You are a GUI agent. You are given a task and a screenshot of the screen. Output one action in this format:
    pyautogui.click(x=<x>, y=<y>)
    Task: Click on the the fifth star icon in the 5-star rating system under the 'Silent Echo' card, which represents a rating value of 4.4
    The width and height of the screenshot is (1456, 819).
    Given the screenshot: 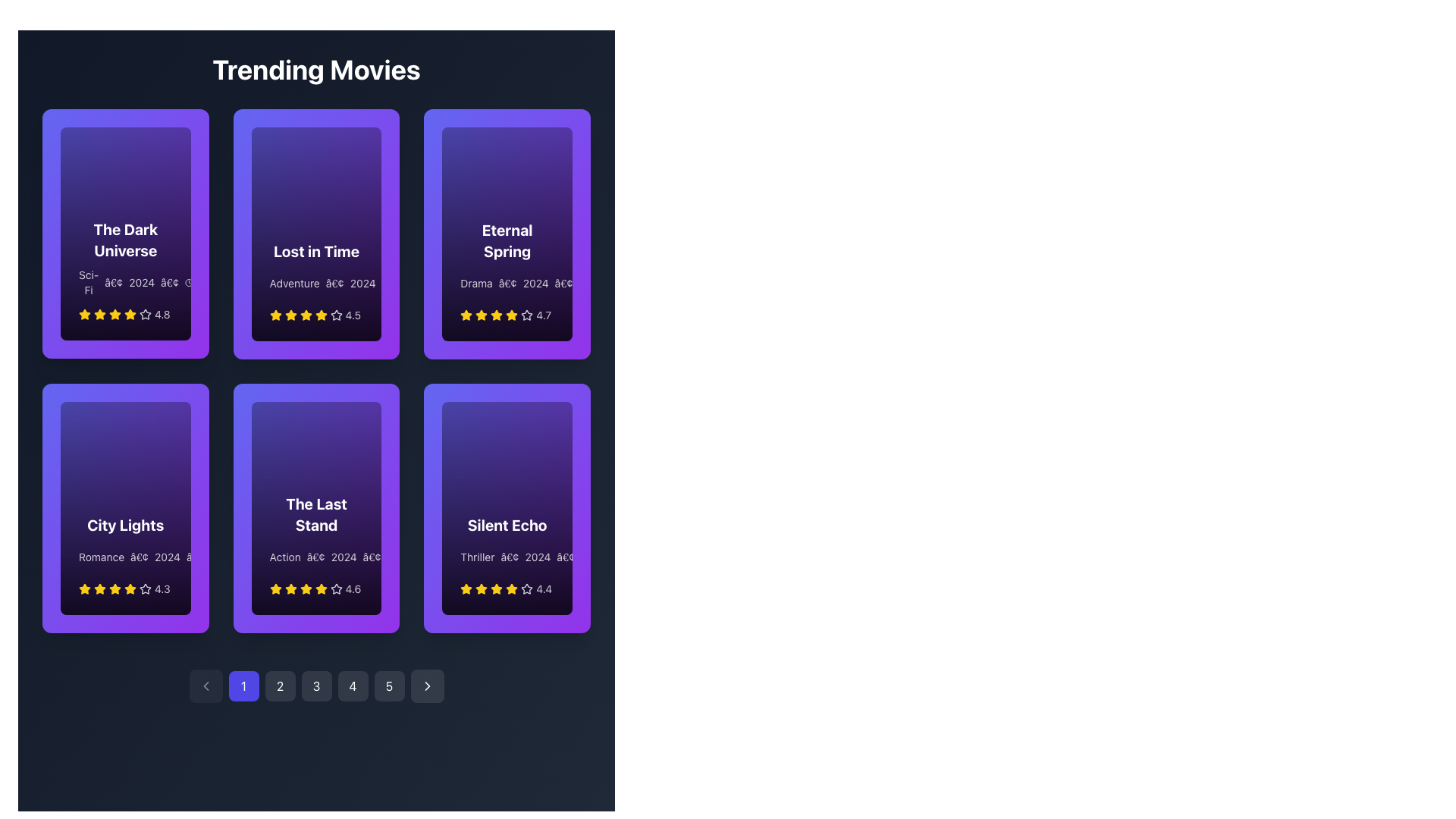 What is the action you would take?
    pyautogui.click(x=512, y=588)
    